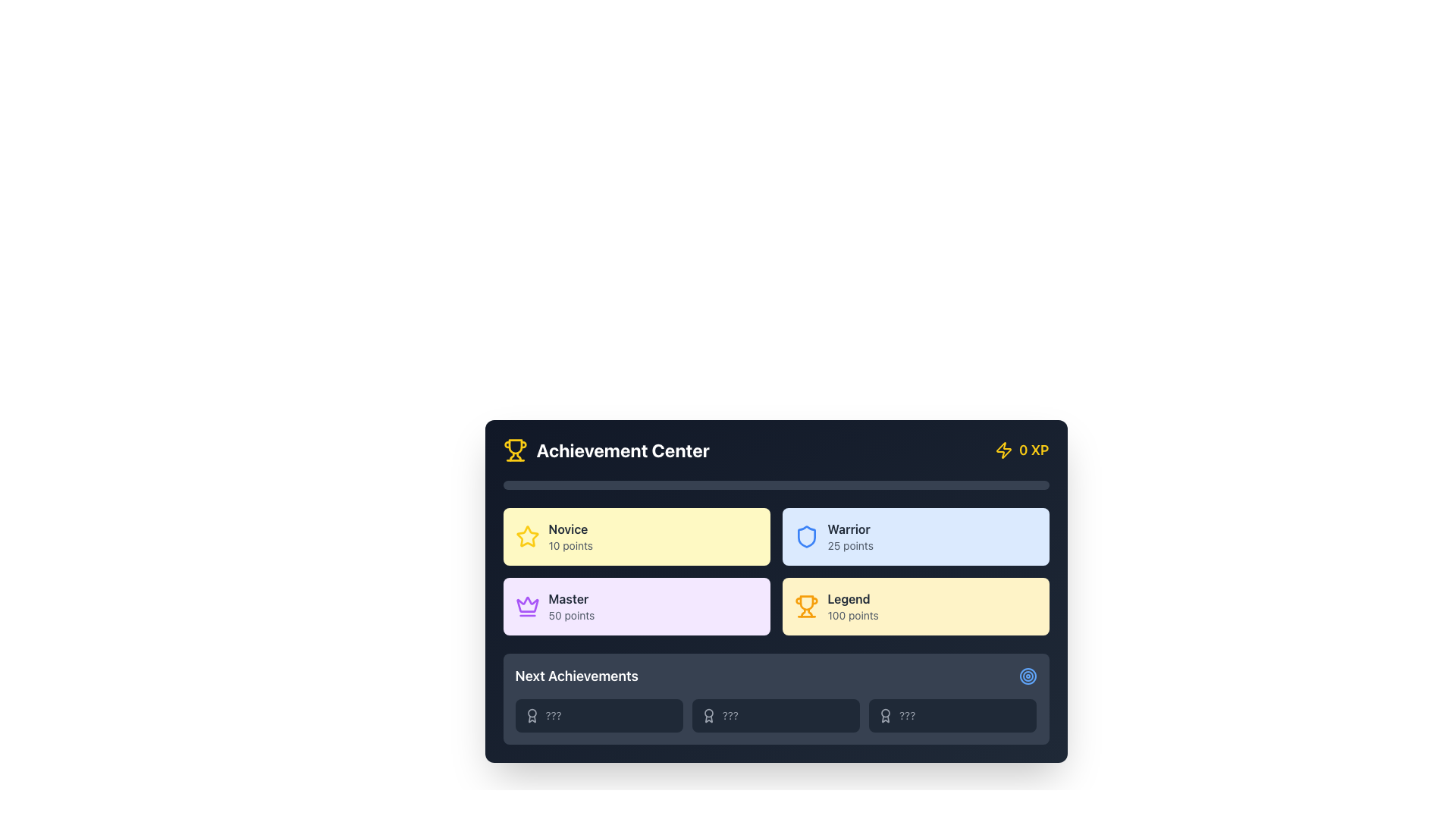 The image size is (1456, 819). What do you see at coordinates (850, 529) in the screenshot?
I see `text displayed on the achievement title label 'Warrior' located in the top-right section of the 'Achievement Center' module` at bounding box center [850, 529].